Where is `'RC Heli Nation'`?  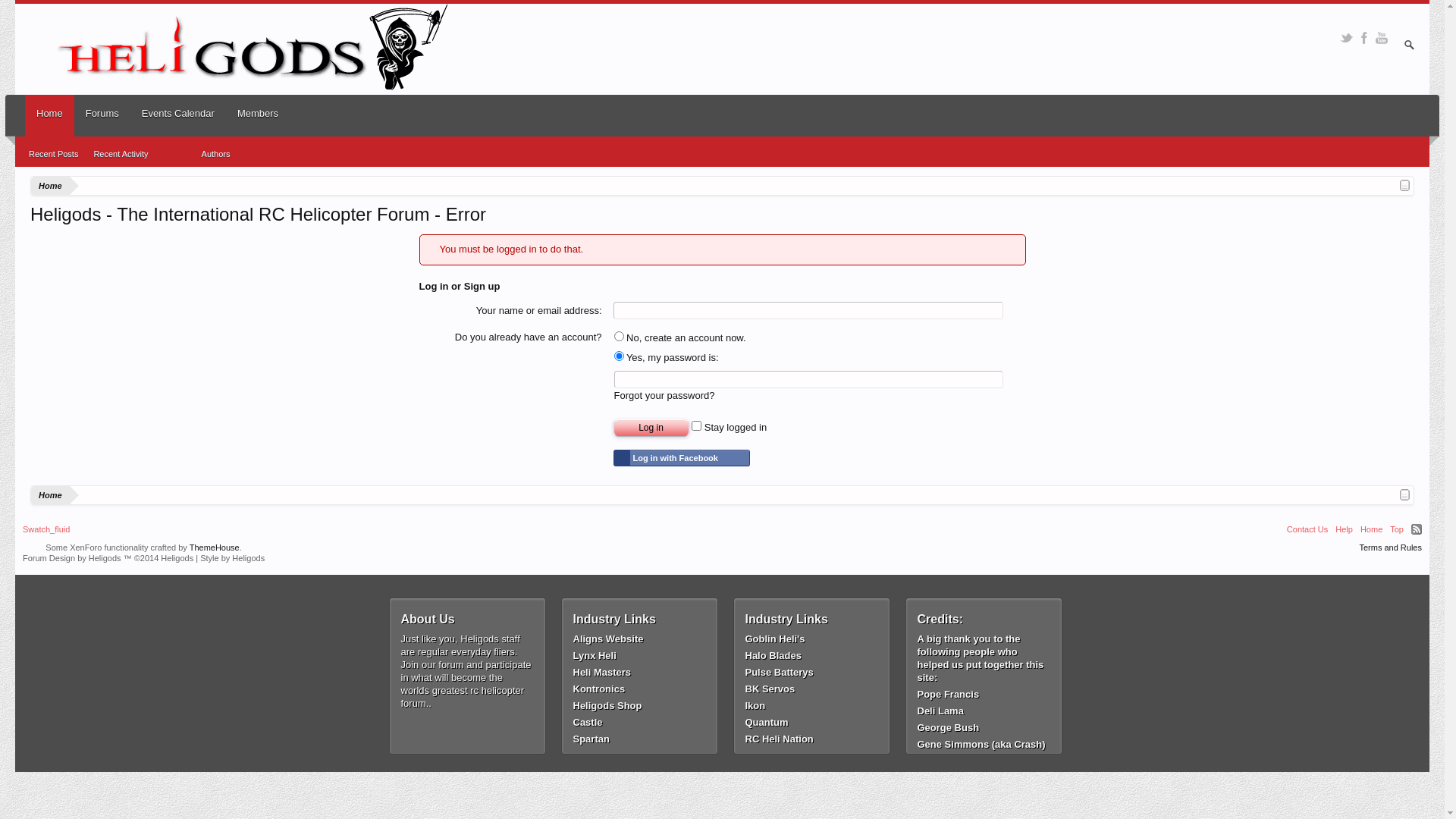 'RC Heli Nation' is located at coordinates (745, 738).